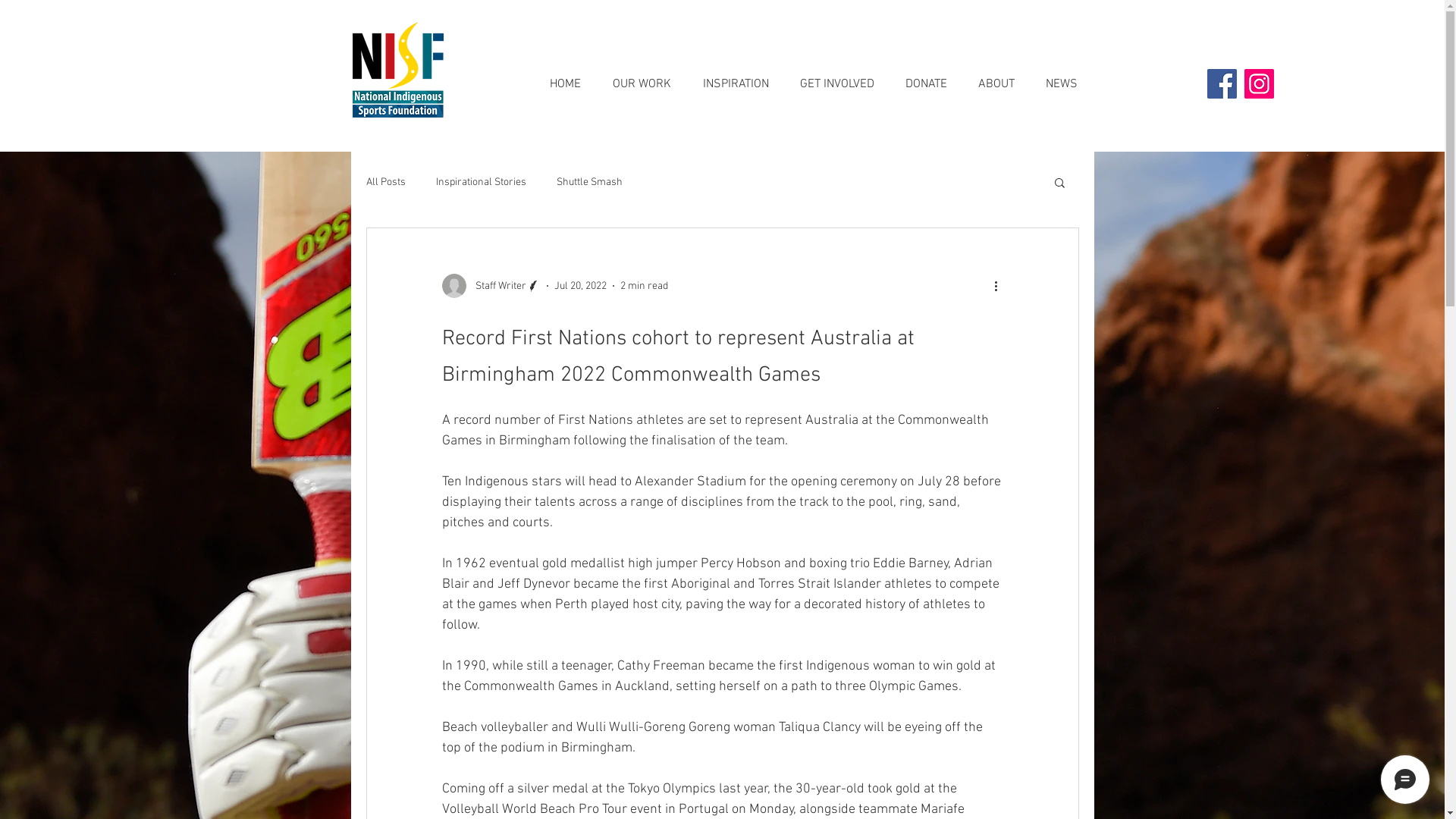  I want to click on 'OUR WORK', so click(641, 77).